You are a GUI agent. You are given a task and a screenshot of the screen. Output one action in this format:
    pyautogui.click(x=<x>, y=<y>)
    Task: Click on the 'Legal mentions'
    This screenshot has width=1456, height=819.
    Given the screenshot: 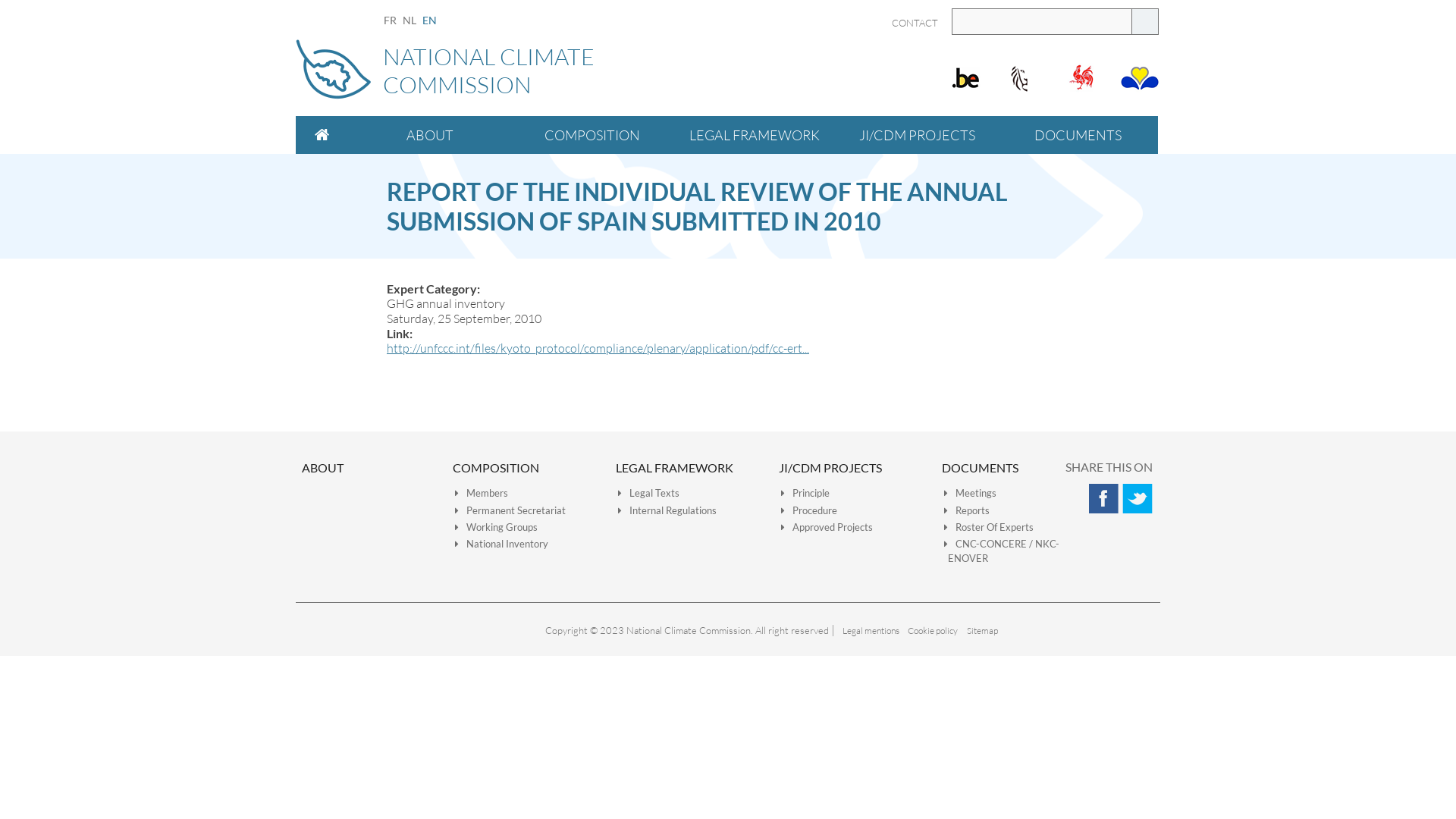 What is the action you would take?
    pyautogui.click(x=870, y=630)
    